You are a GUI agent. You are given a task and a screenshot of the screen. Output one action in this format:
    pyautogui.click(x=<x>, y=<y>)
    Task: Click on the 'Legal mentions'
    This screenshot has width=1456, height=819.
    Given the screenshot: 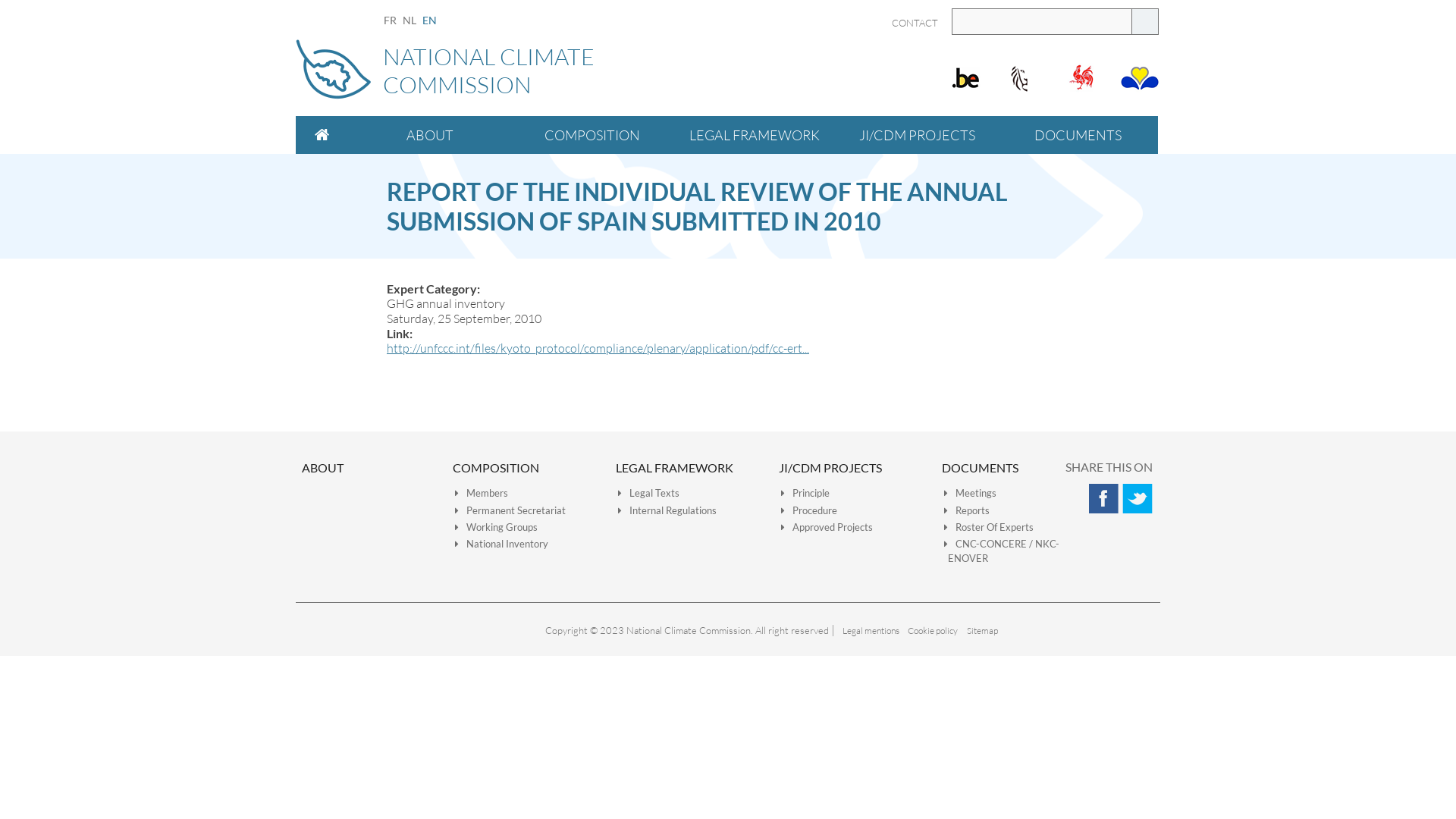 What is the action you would take?
    pyautogui.click(x=870, y=630)
    